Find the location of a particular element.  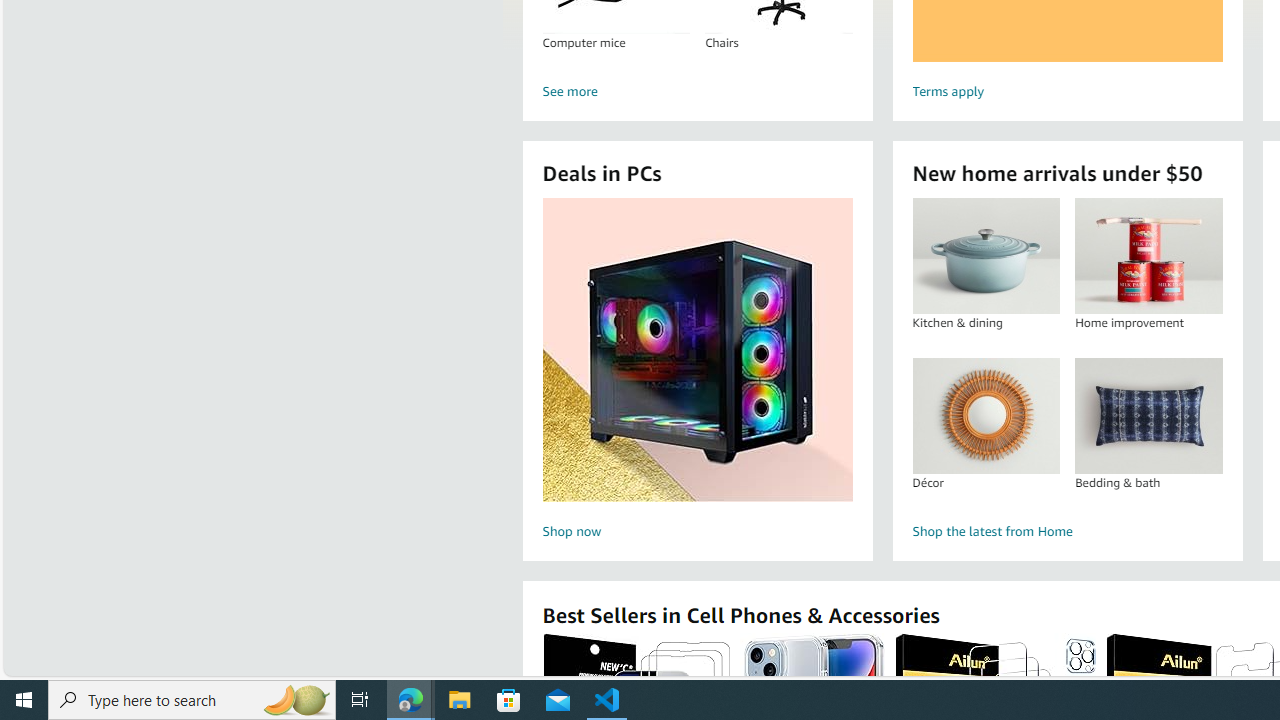

'Home improvement' is located at coordinates (1148, 255).